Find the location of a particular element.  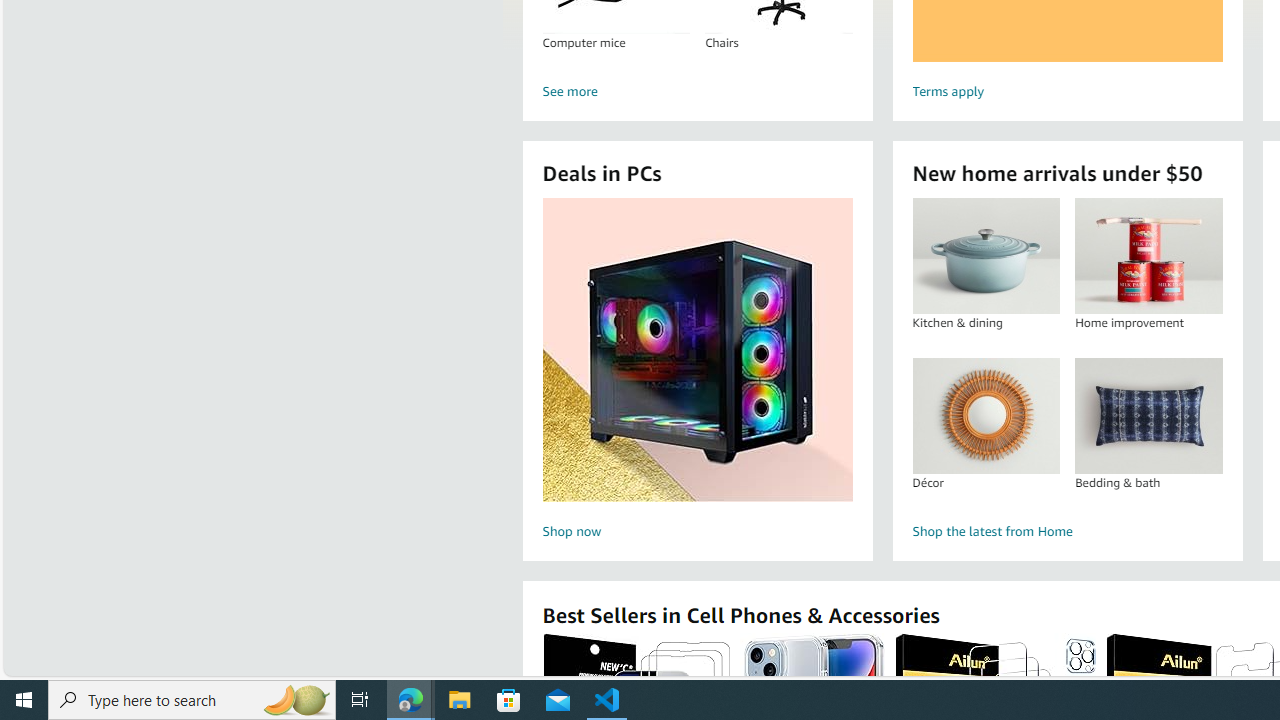

'Home improvement' is located at coordinates (1148, 255).